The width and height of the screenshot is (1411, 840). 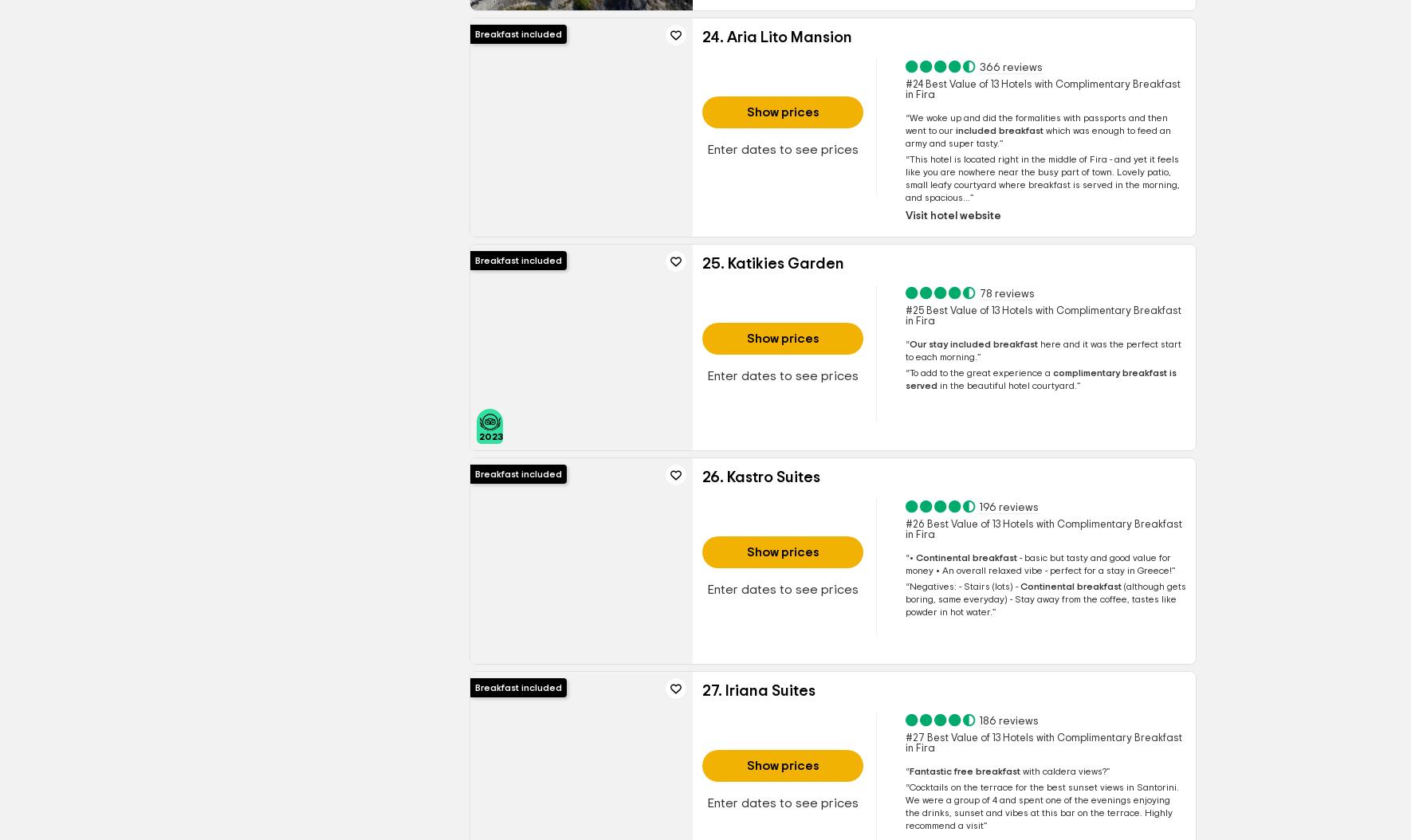 What do you see at coordinates (1019, 384) in the screenshot?
I see `'beautiful hotel courtyard.'` at bounding box center [1019, 384].